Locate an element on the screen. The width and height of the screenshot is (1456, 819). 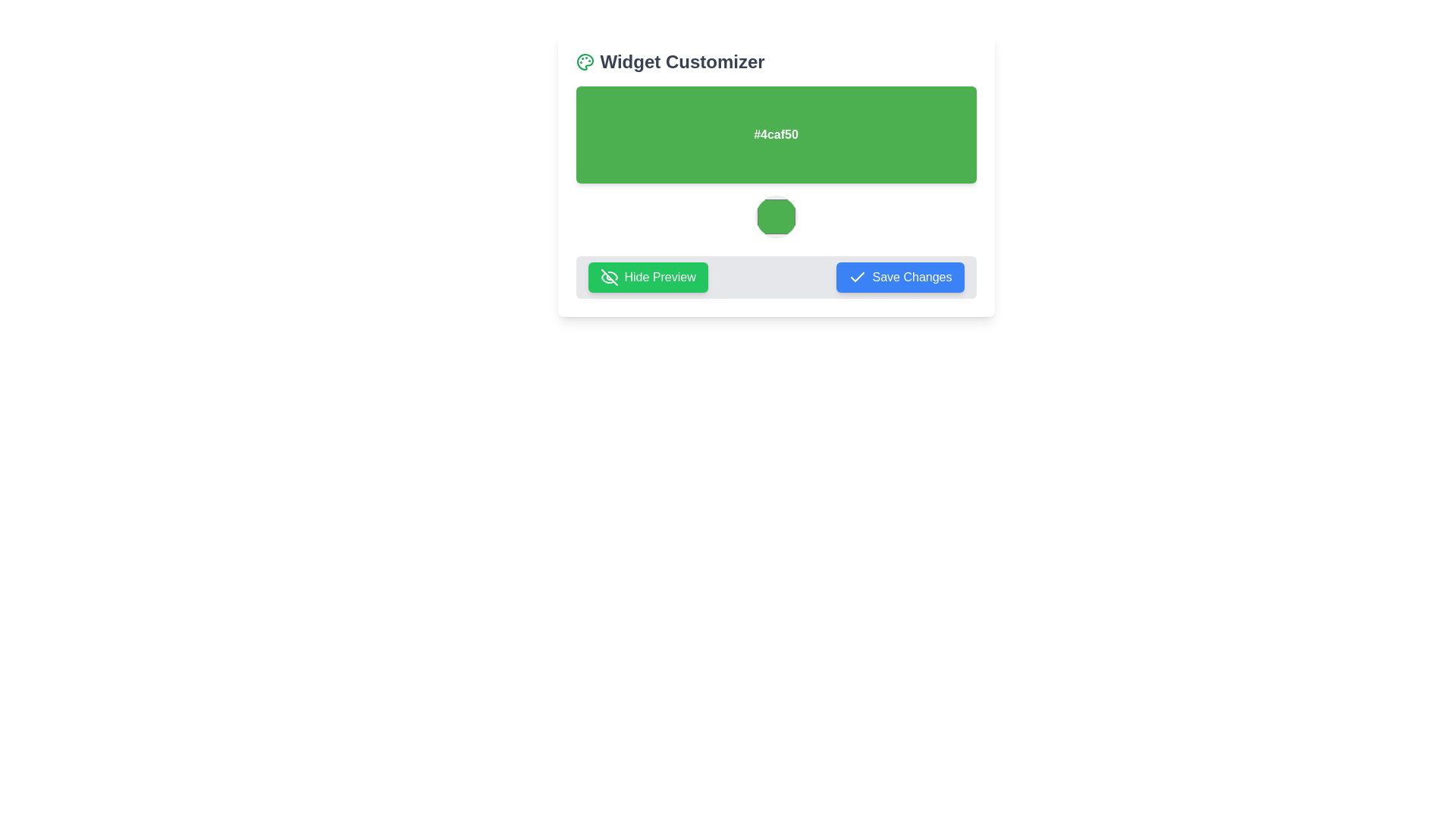
the bold text label displaying 'Widget Customizer', which is styled with a large font size and dark gray color, located in the upper-central part of the interface is located at coordinates (682, 61).